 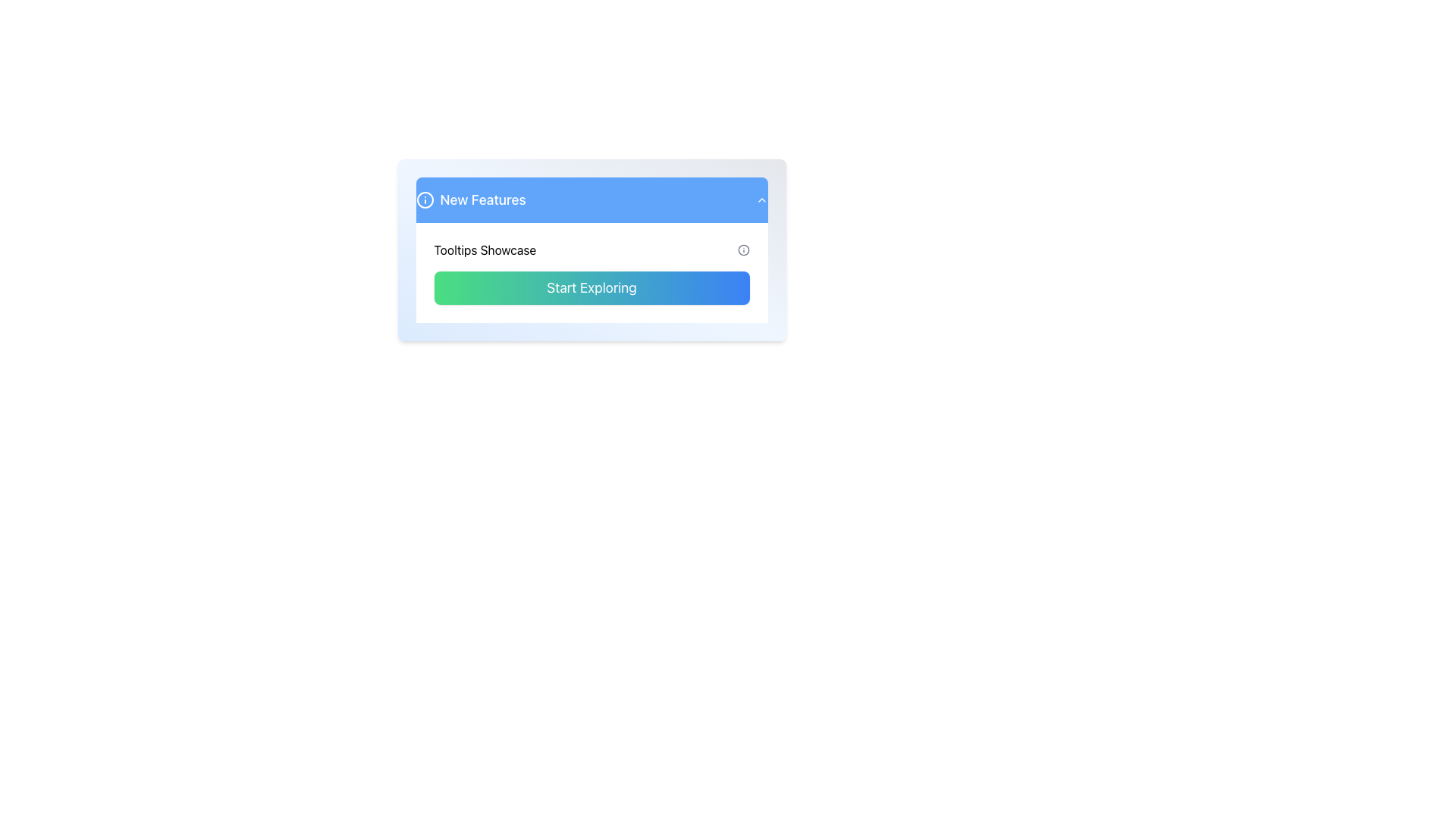 What do you see at coordinates (761, 199) in the screenshot?
I see `the chevron icon located in the upper right corner of the 'New Features' header section` at bounding box center [761, 199].